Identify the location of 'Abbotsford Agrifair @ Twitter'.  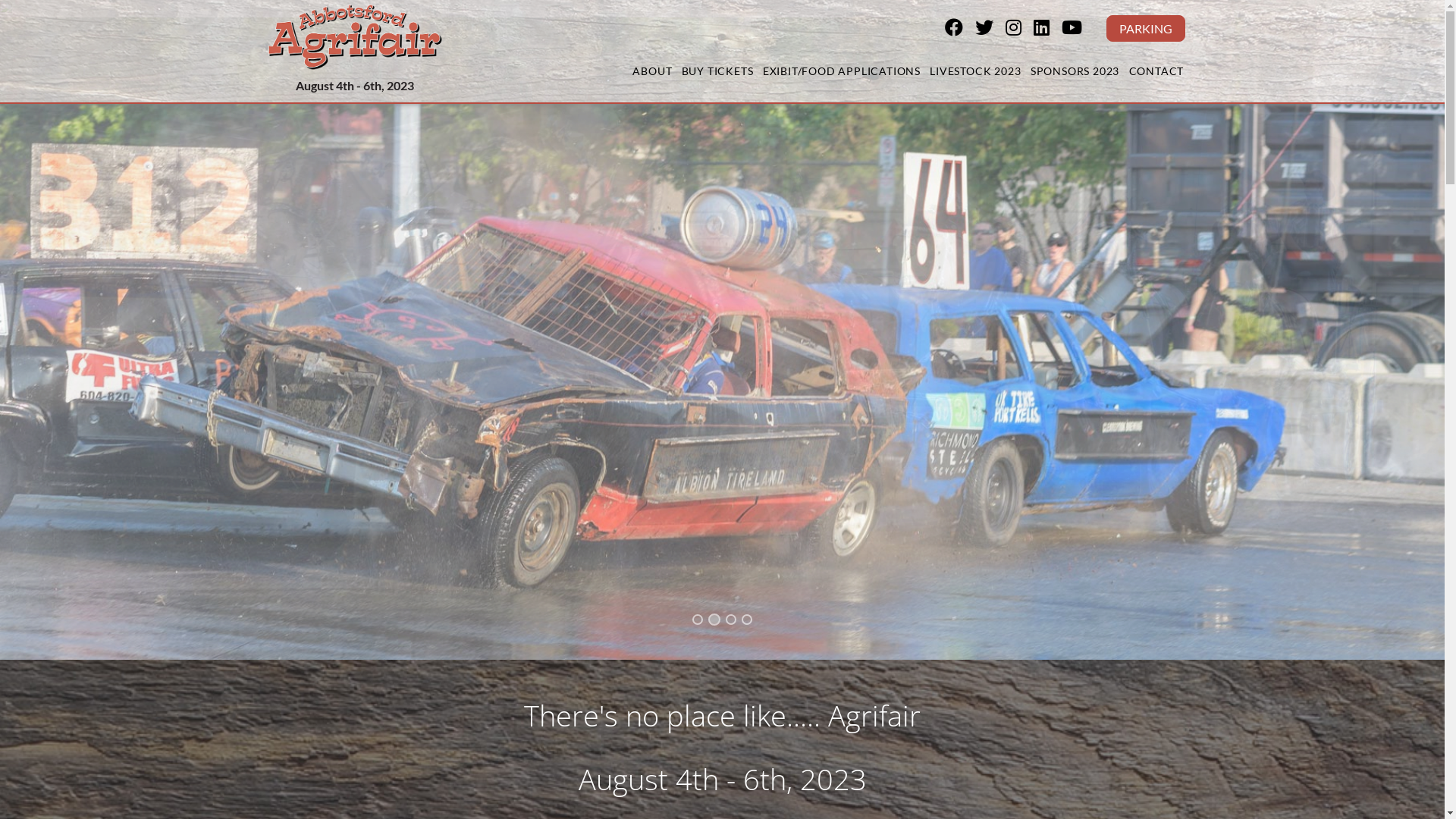
(990, 29).